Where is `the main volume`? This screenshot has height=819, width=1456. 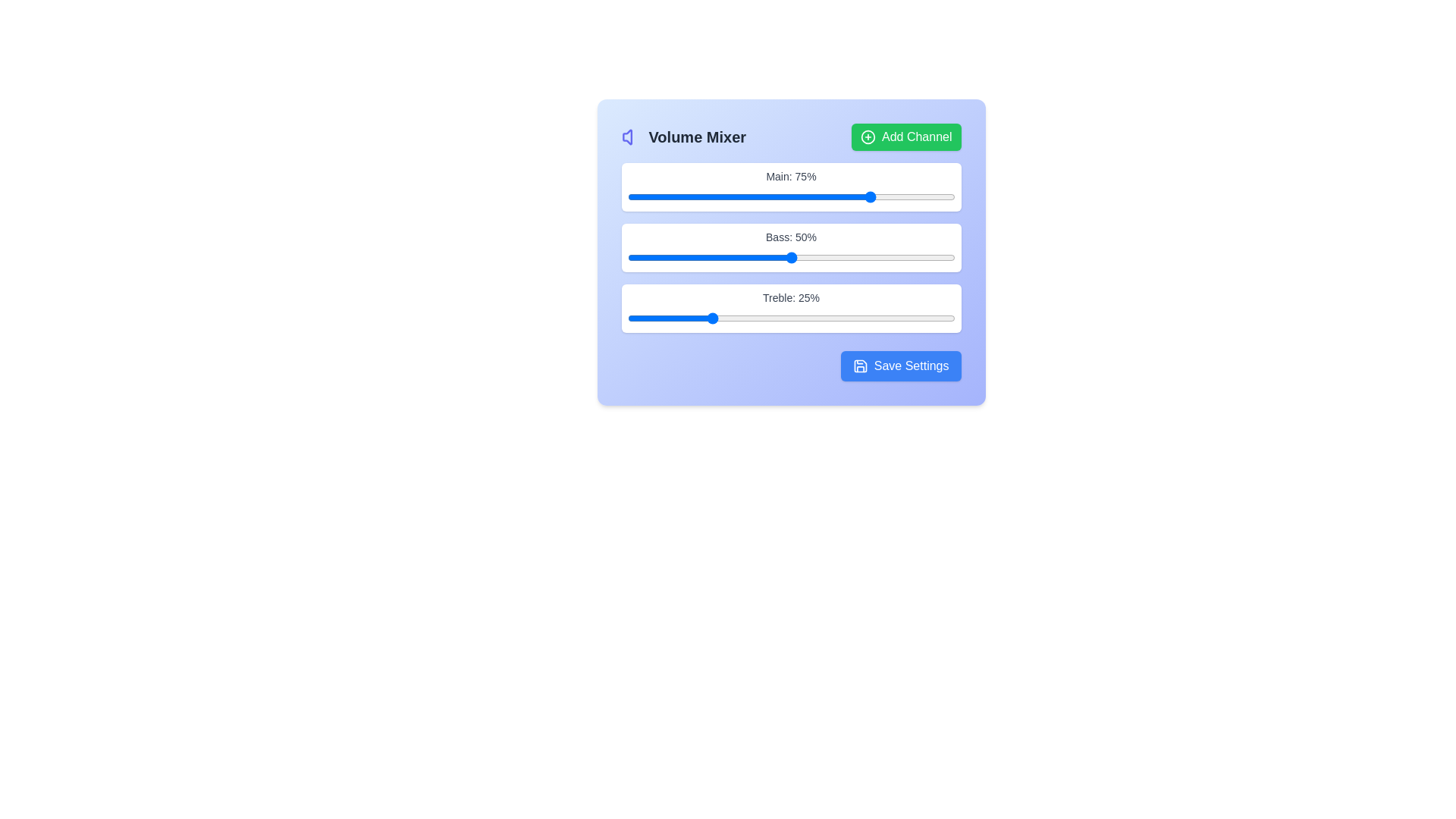 the main volume is located at coordinates (873, 196).